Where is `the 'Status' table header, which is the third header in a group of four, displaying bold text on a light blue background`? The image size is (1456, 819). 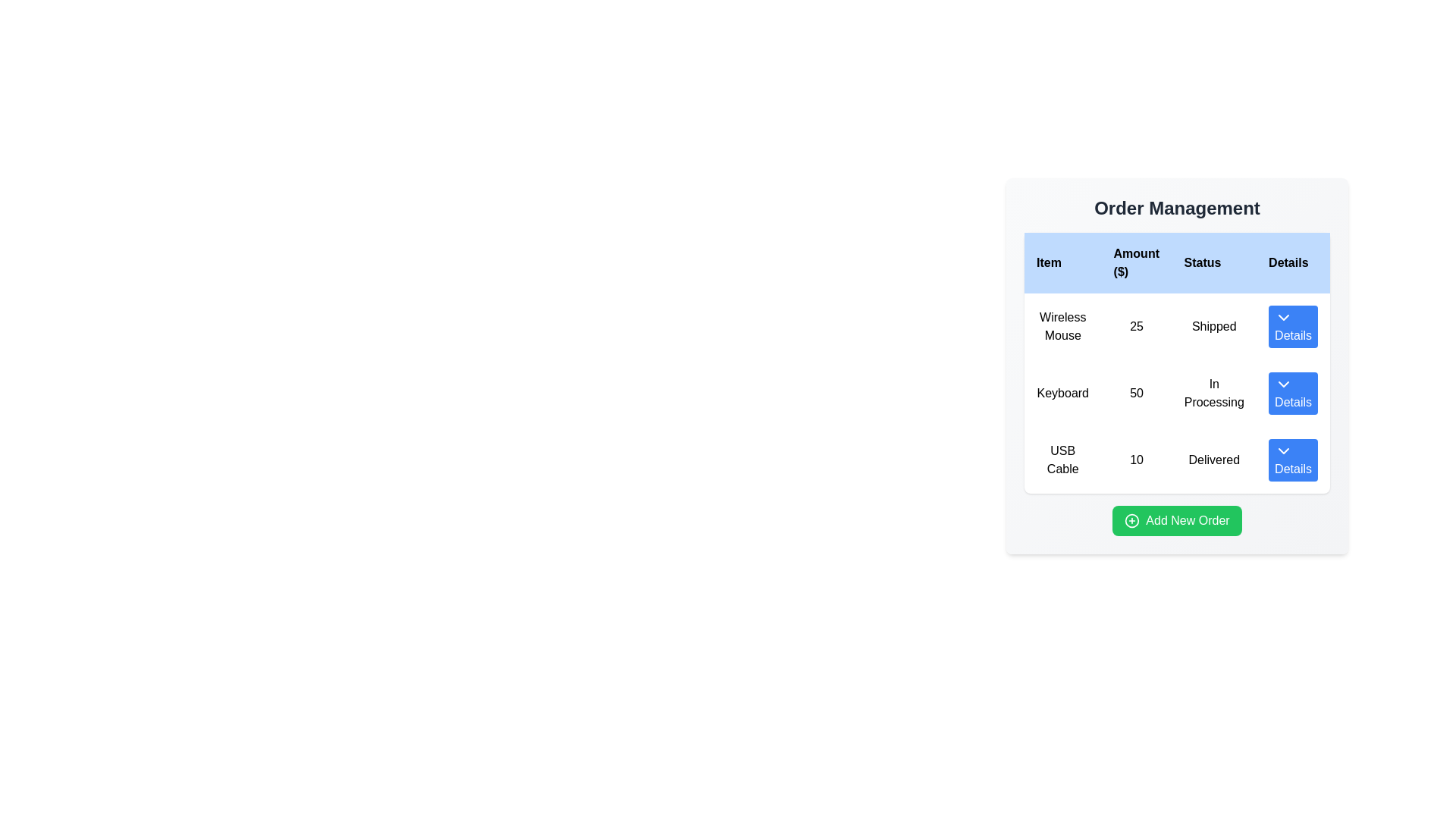
the 'Status' table header, which is the third header in a group of four, displaying bold text on a light blue background is located at coordinates (1214, 262).